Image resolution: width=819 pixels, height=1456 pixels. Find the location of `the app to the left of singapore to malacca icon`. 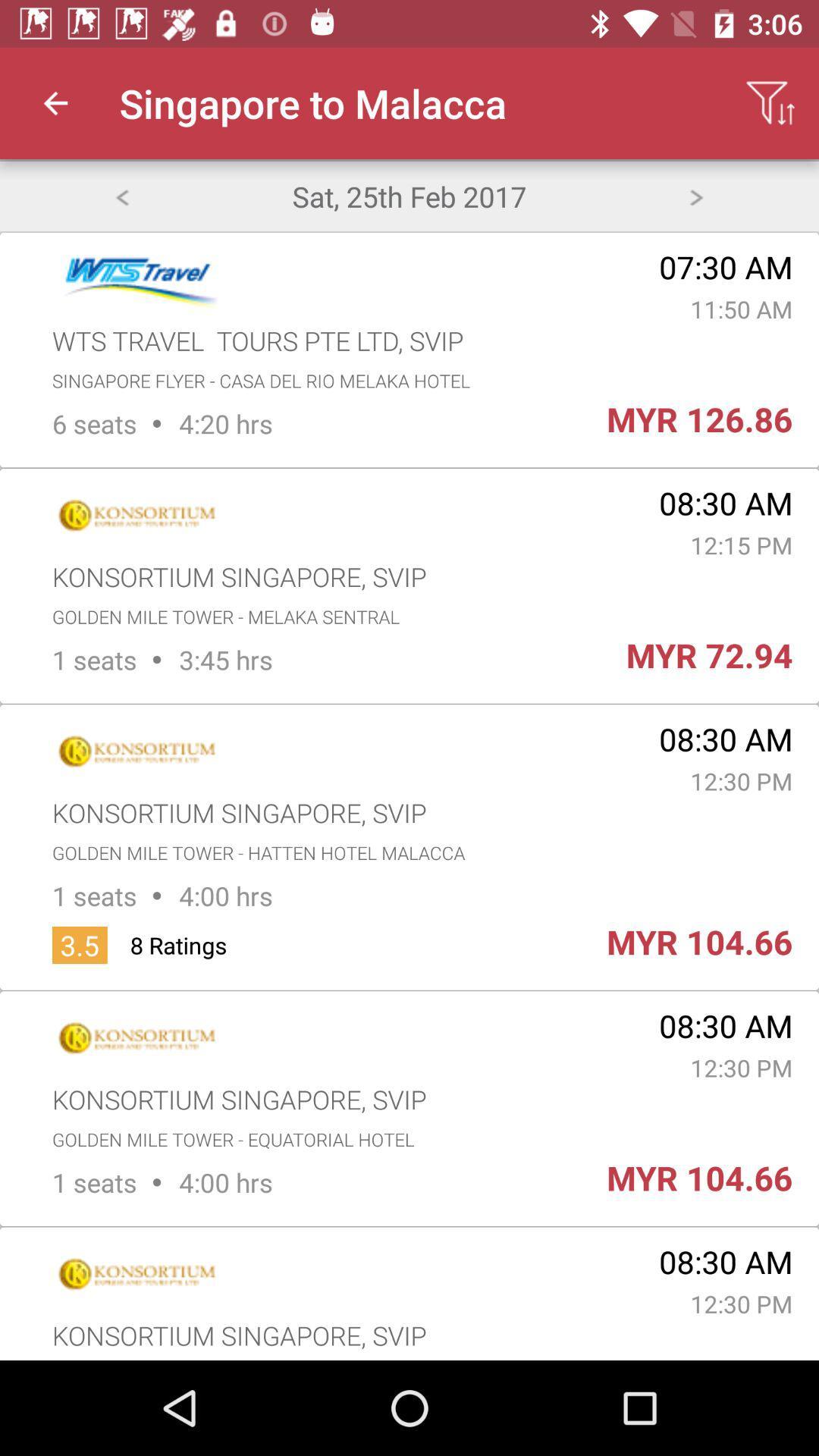

the app to the left of singapore to malacca icon is located at coordinates (55, 102).